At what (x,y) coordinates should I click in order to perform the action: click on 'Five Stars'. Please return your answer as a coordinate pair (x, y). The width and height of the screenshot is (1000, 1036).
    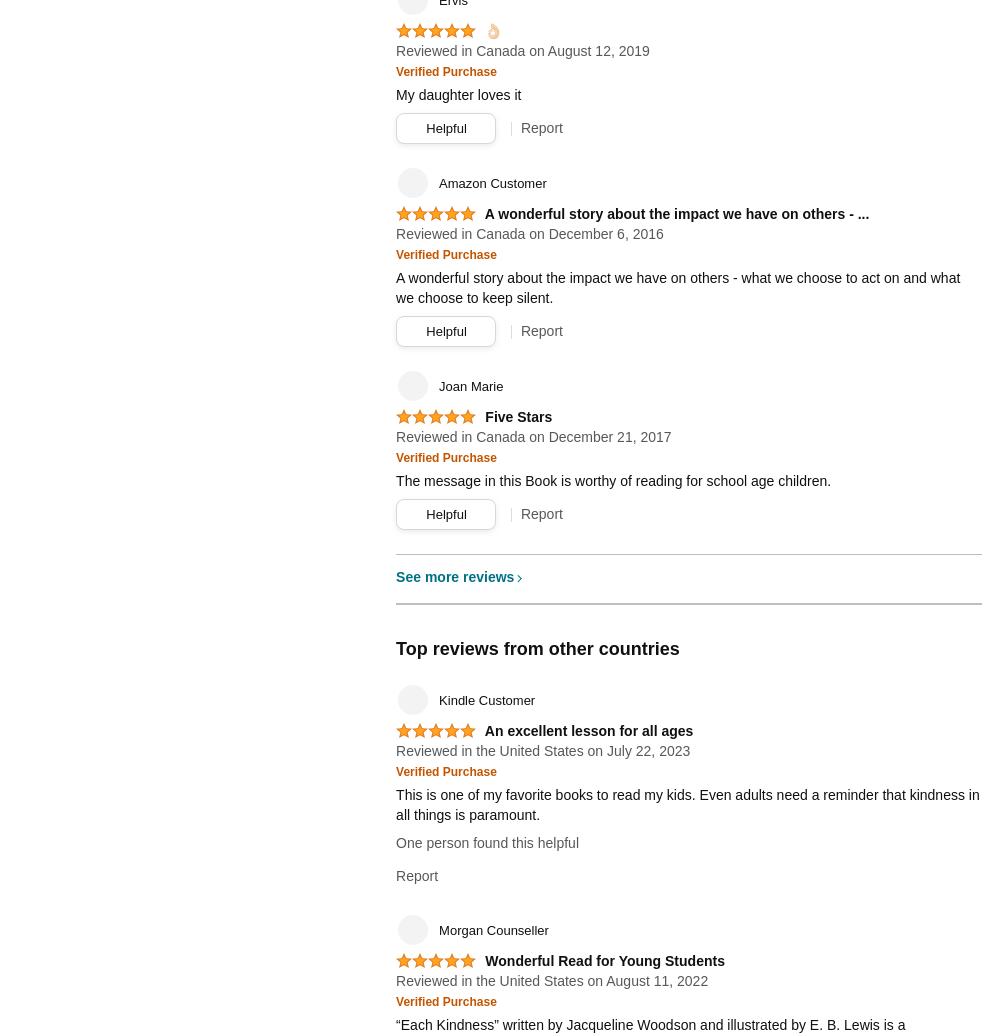
    Looking at the image, I should click on (518, 416).